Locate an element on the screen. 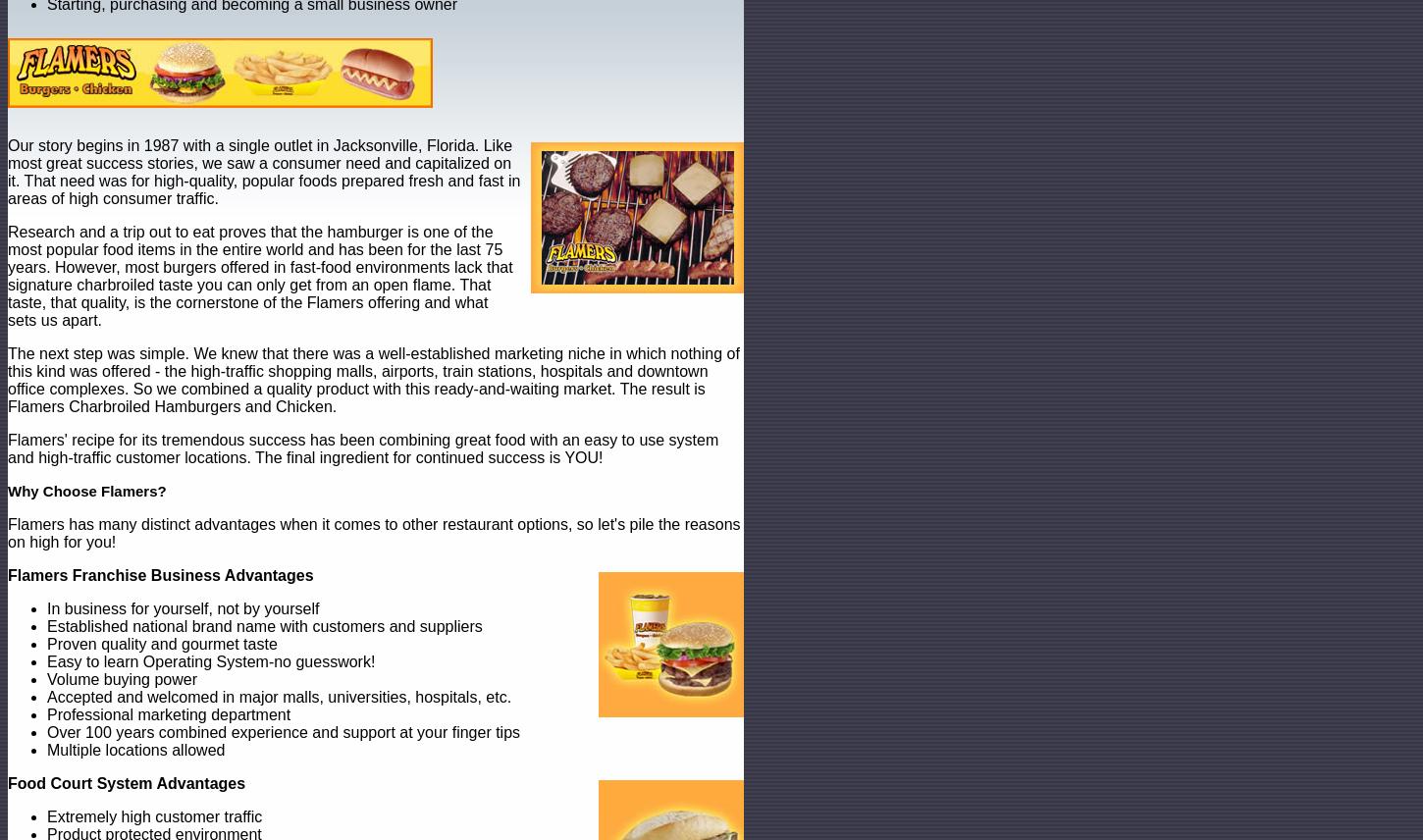 The width and height of the screenshot is (1423, 840). 'Proven quality and gourmet taste' is located at coordinates (161, 644).